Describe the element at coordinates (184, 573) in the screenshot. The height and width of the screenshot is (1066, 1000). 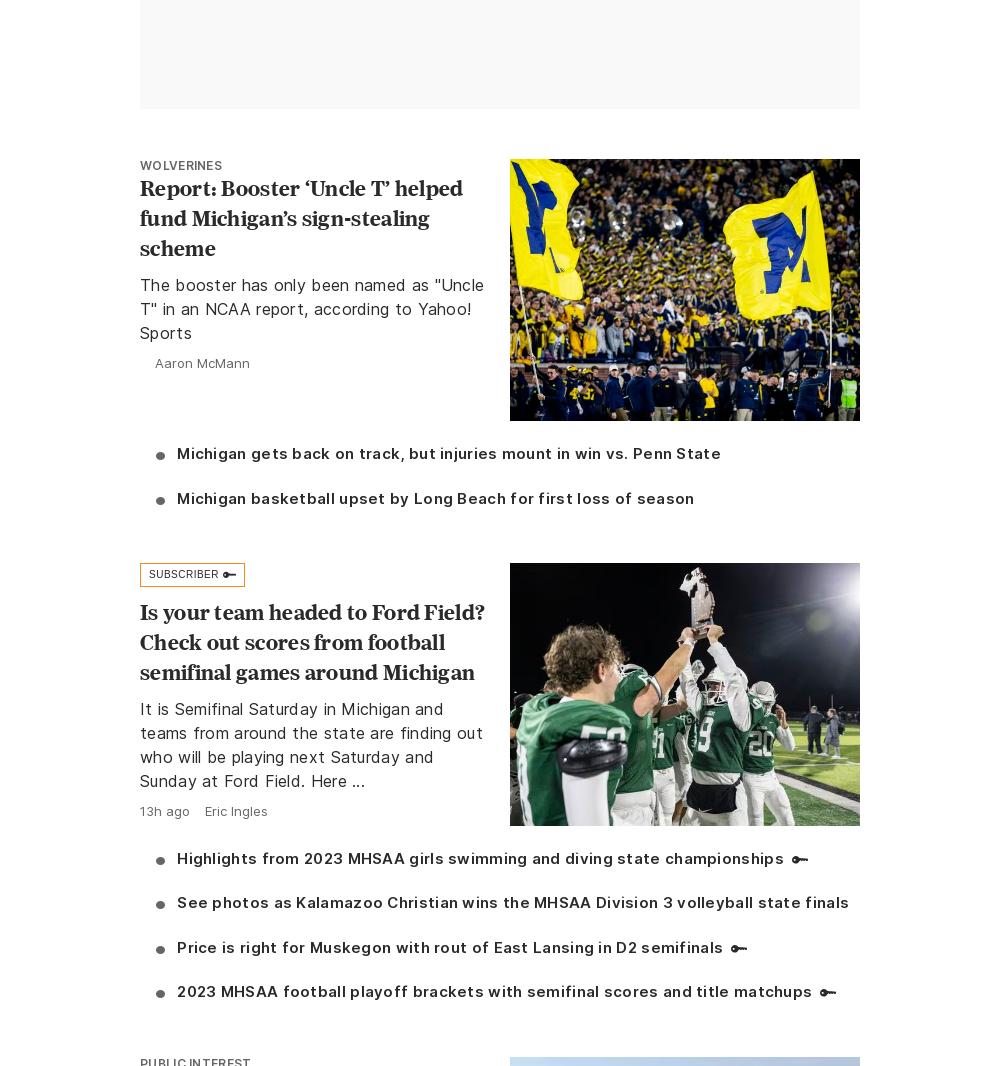
I see `'Subscriber'` at that location.